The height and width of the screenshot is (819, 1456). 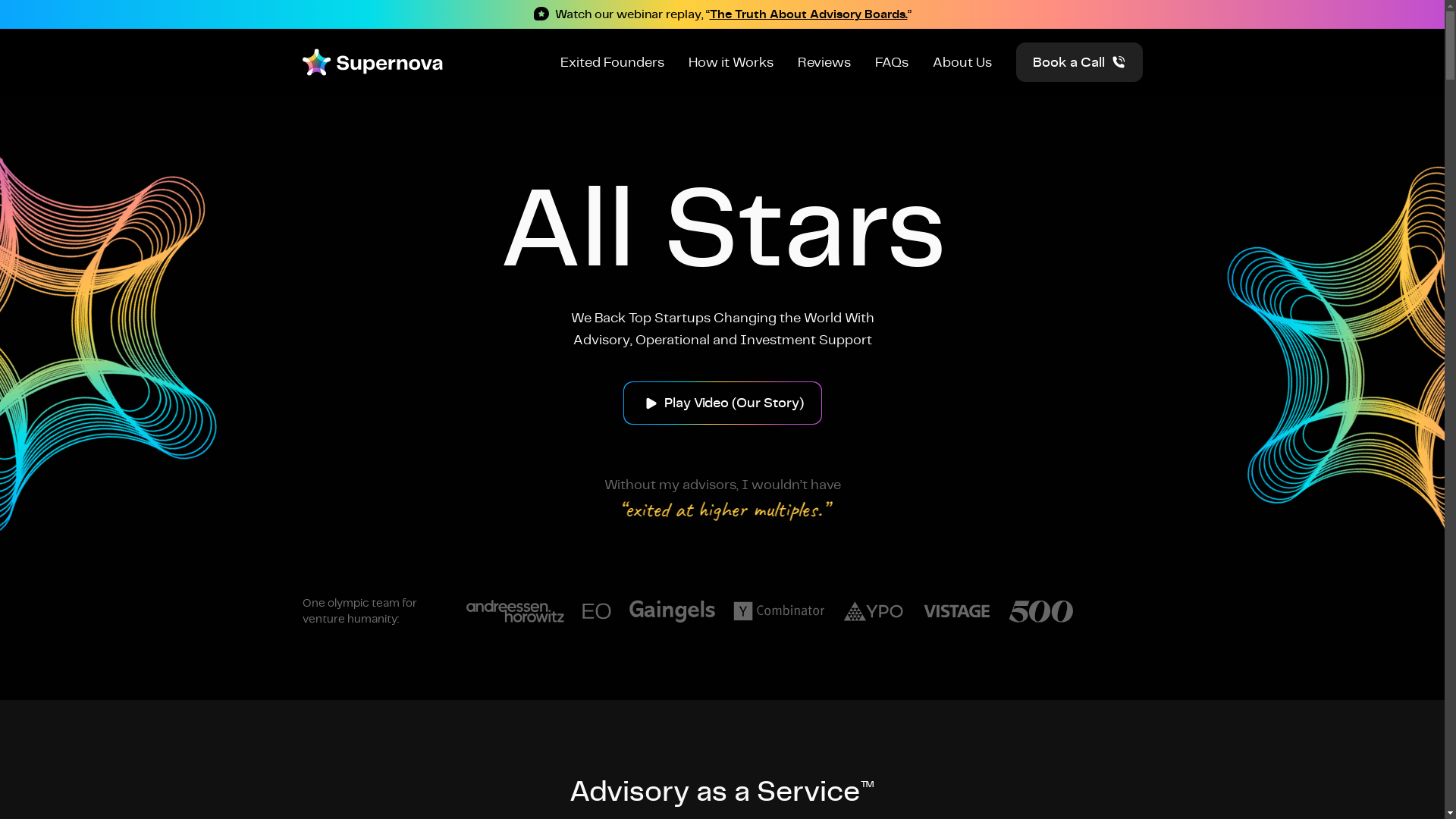 What do you see at coordinates (731, 61) in the screenshot?
I see `'How it Works'` at bounding box center [731, 61].